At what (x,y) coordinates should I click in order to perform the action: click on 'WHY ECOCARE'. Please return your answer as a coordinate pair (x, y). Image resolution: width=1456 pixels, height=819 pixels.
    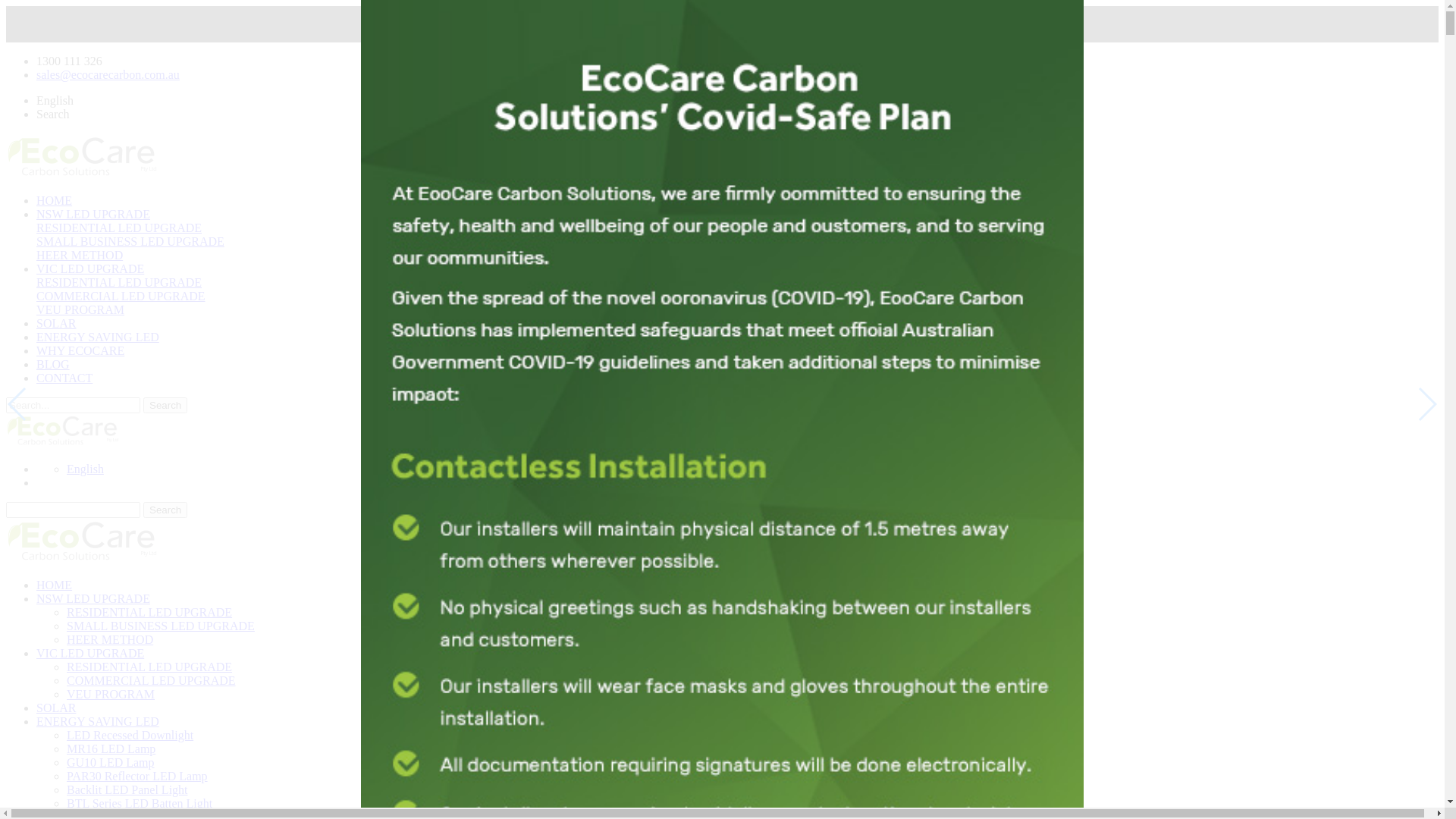
    Looking at the image, I should click on (79, 350).